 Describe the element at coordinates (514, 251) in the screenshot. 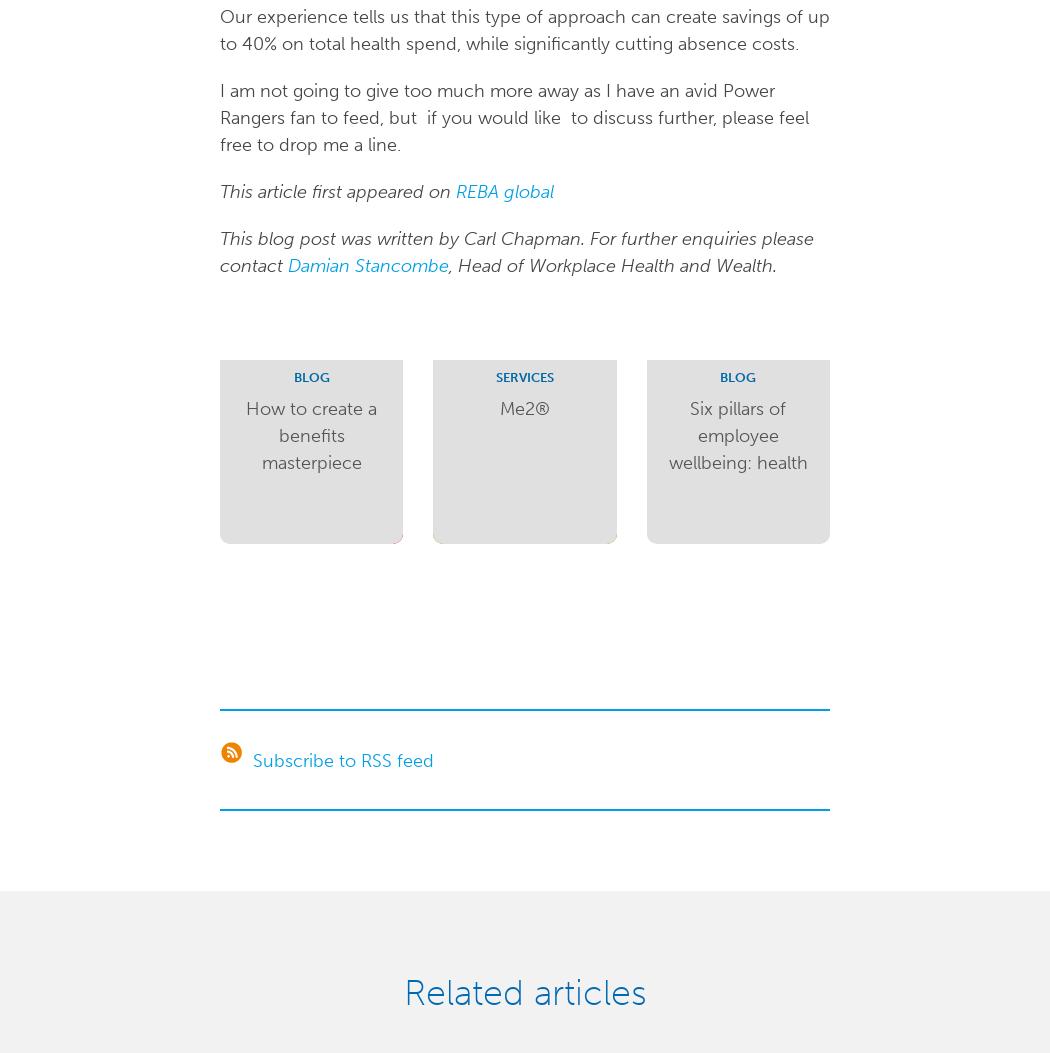

I see `'This blog post was written by Carl Chapman. For further enquiries please contact'` at that location.